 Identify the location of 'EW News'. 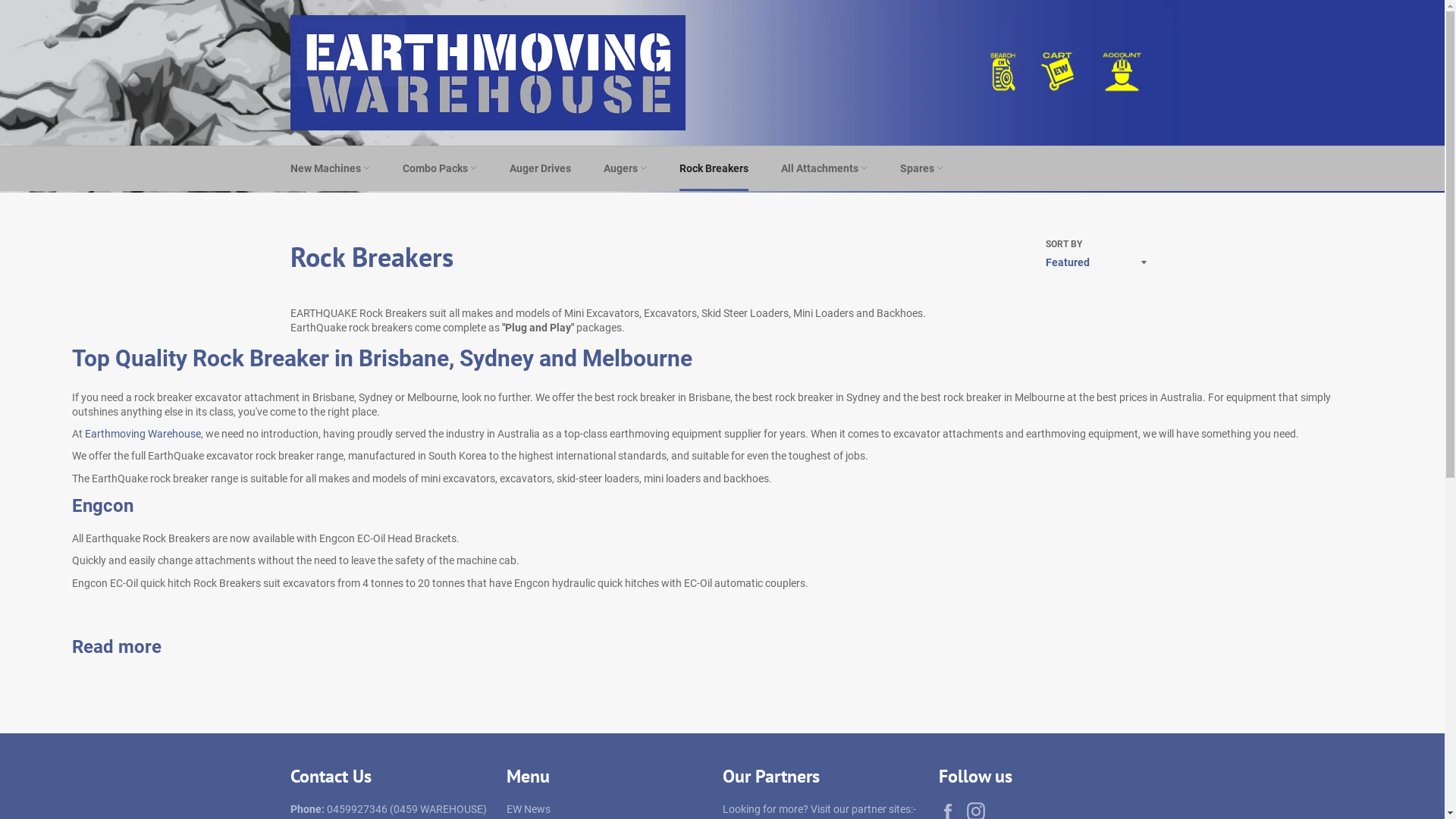
(528, 808).